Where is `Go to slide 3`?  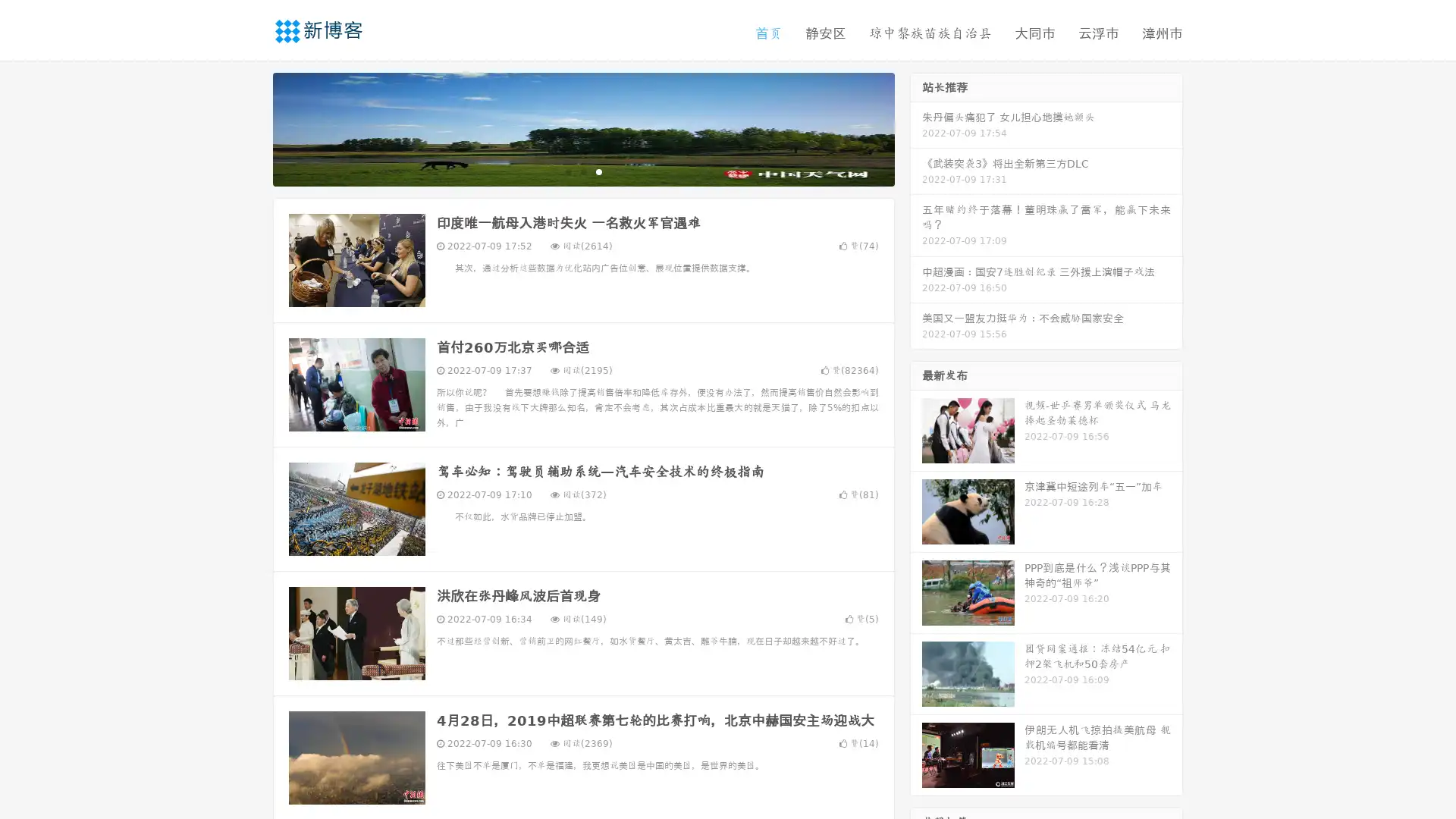 Go to slide 3 is located at coordinates (598, 171).